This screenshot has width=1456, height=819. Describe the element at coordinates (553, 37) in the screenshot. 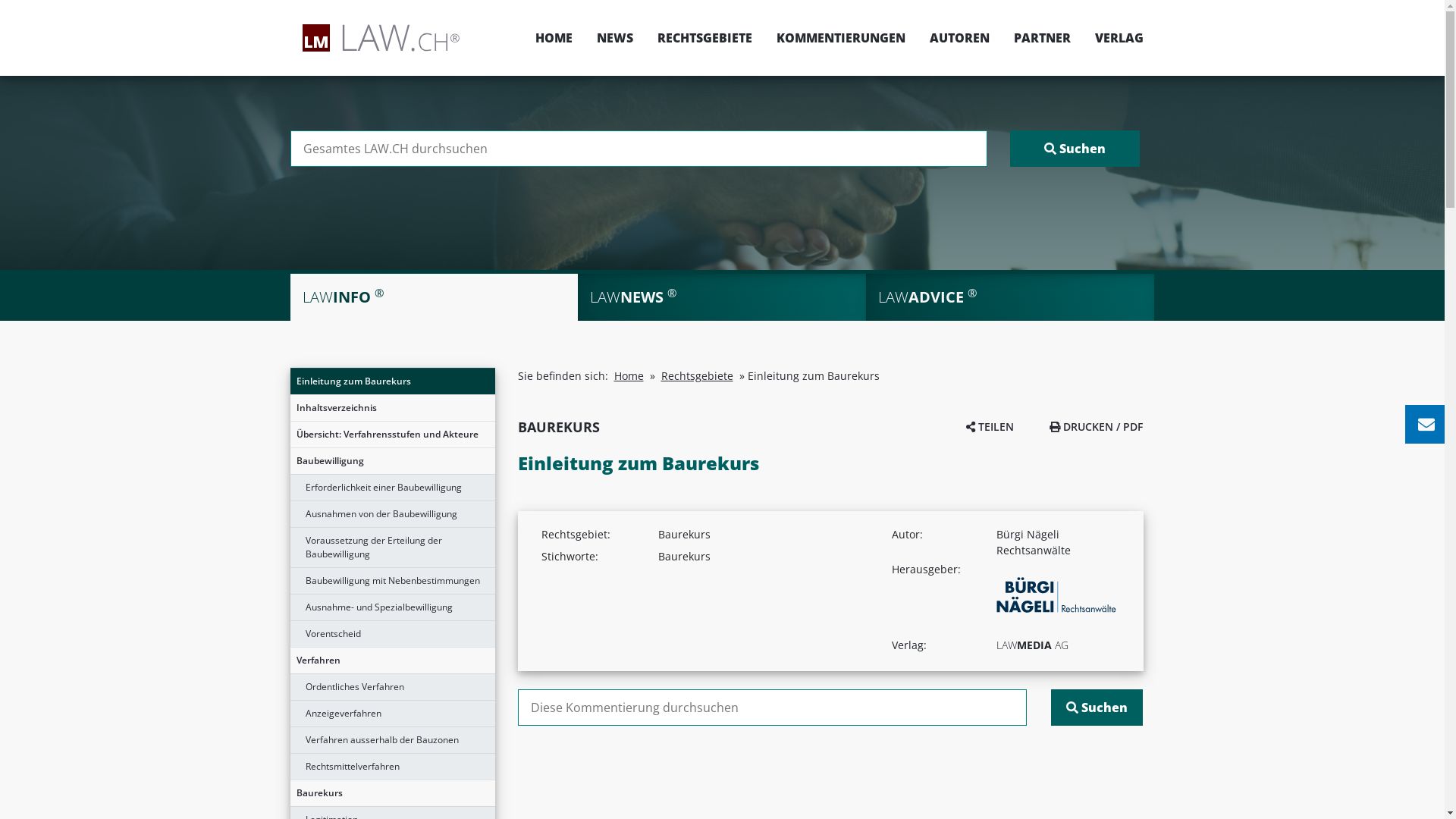

I see `'HOME'` at that location.